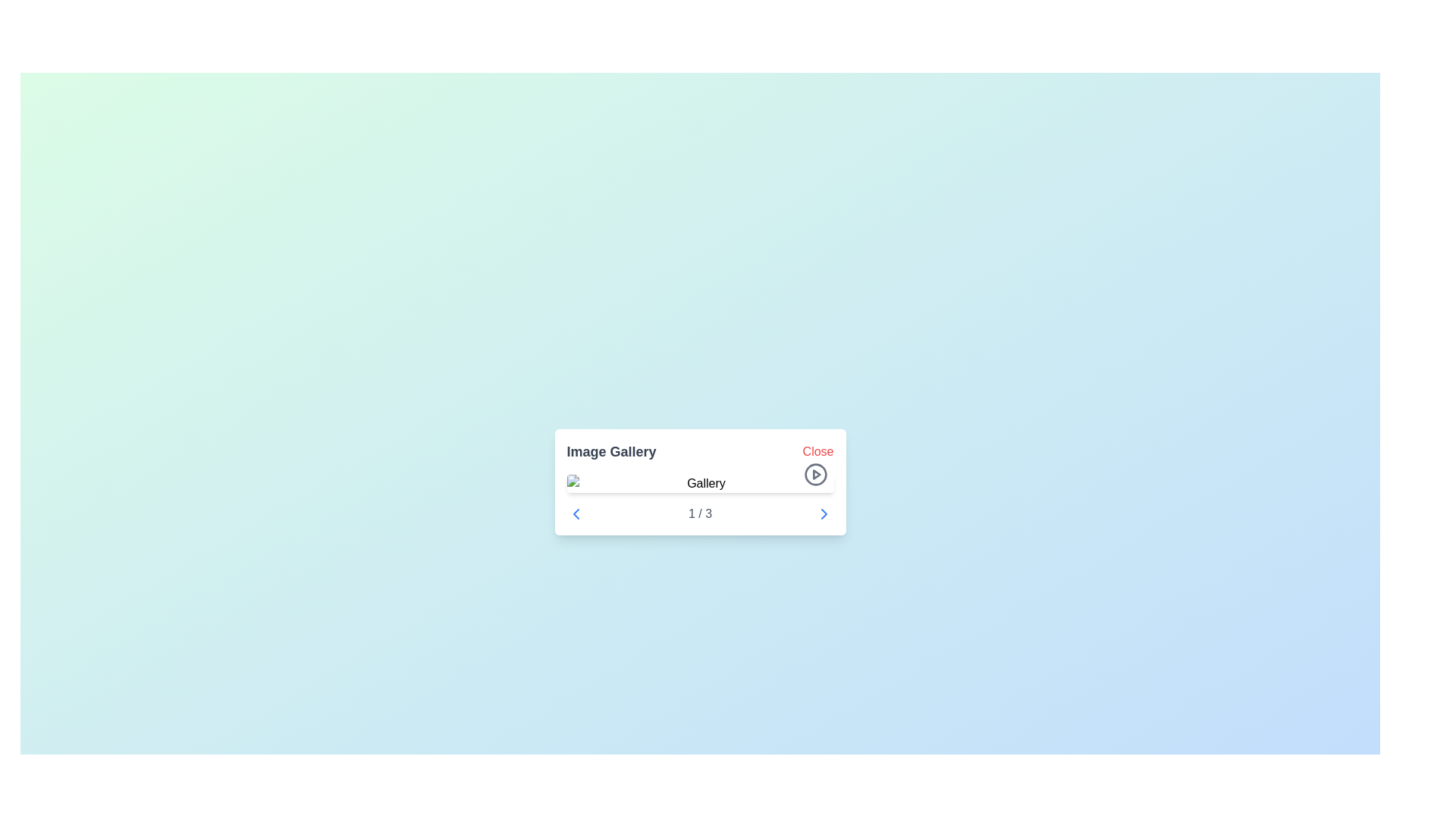  What do you see at coordinates (611, 451) in the screenshot?
I see `the 'Image Gallery' text label which serves as a title for the content below` at bounding box center [611, 451].